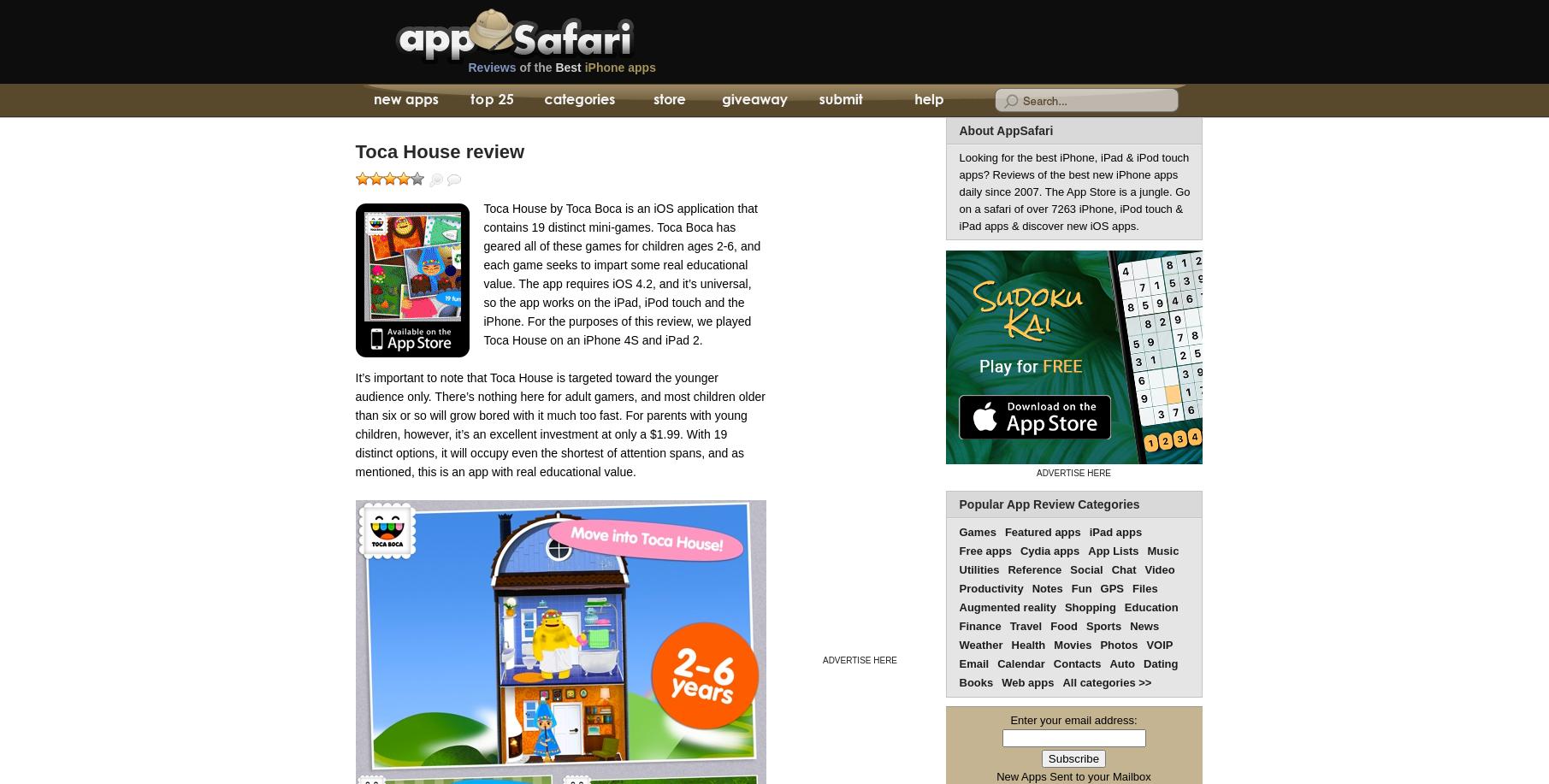 The image size is (1549, 784). What do you see at coordinates (567, 67) in the screenshot?
I see `'Best'` at bounding box center [567, 67].